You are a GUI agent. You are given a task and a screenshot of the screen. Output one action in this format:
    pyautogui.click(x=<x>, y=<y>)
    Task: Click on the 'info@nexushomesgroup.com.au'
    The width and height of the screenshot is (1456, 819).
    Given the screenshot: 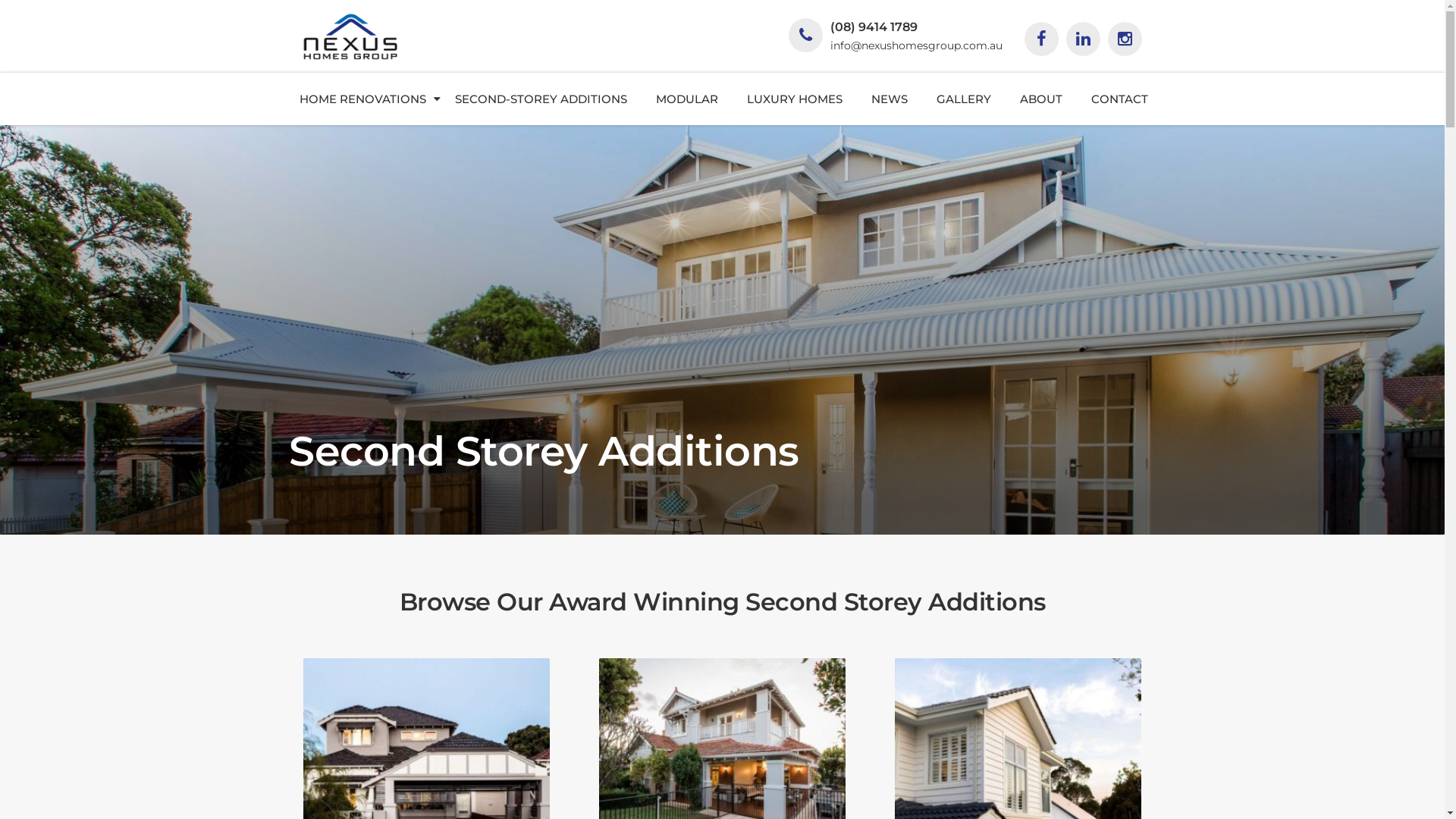 What is the action you would take?
    pyautogui.click(x=829, y=45)
    